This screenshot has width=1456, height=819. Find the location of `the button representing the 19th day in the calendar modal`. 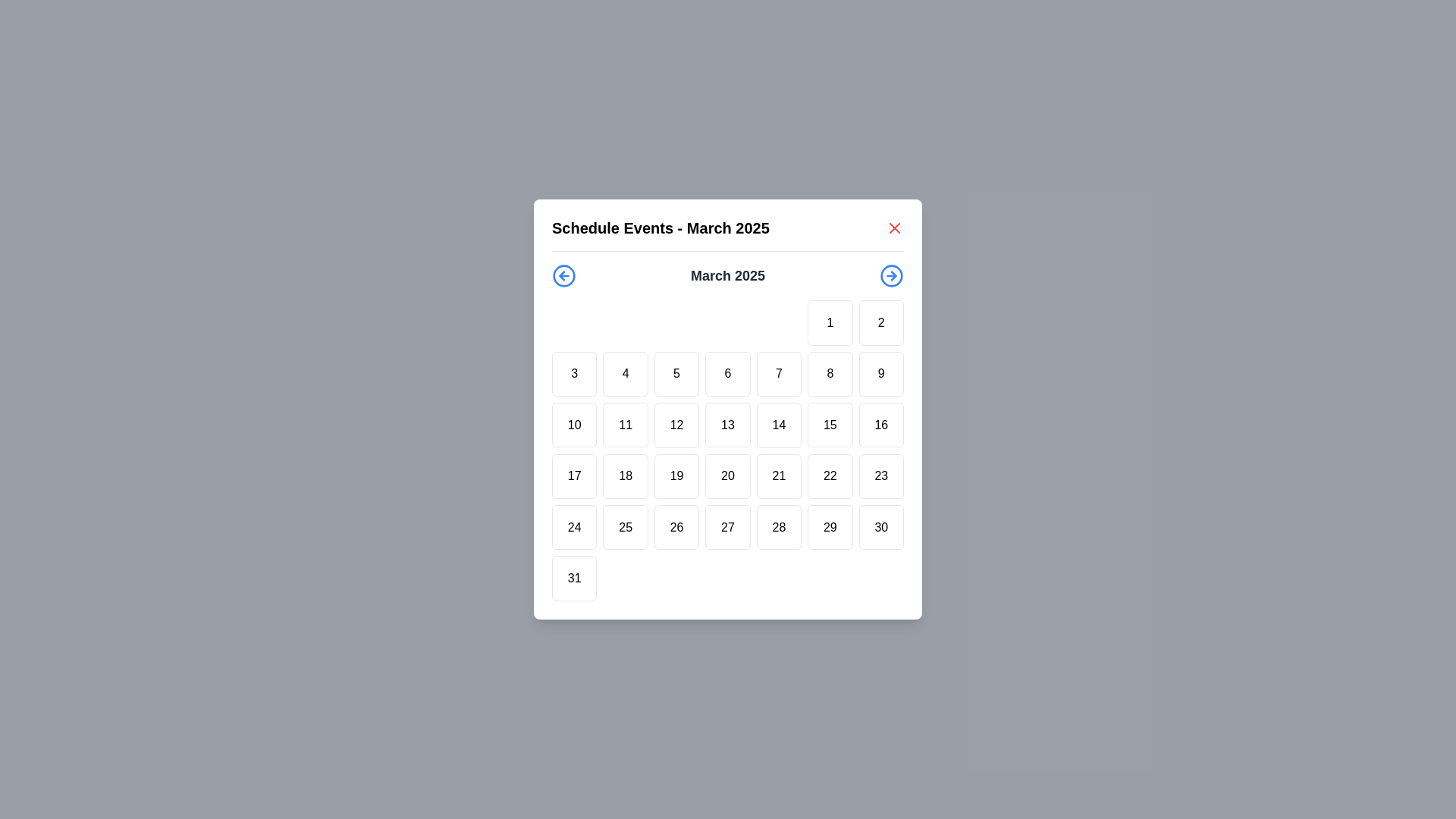

the button representing the 19th day in the calendar modal is located at coordinates (676, 475).